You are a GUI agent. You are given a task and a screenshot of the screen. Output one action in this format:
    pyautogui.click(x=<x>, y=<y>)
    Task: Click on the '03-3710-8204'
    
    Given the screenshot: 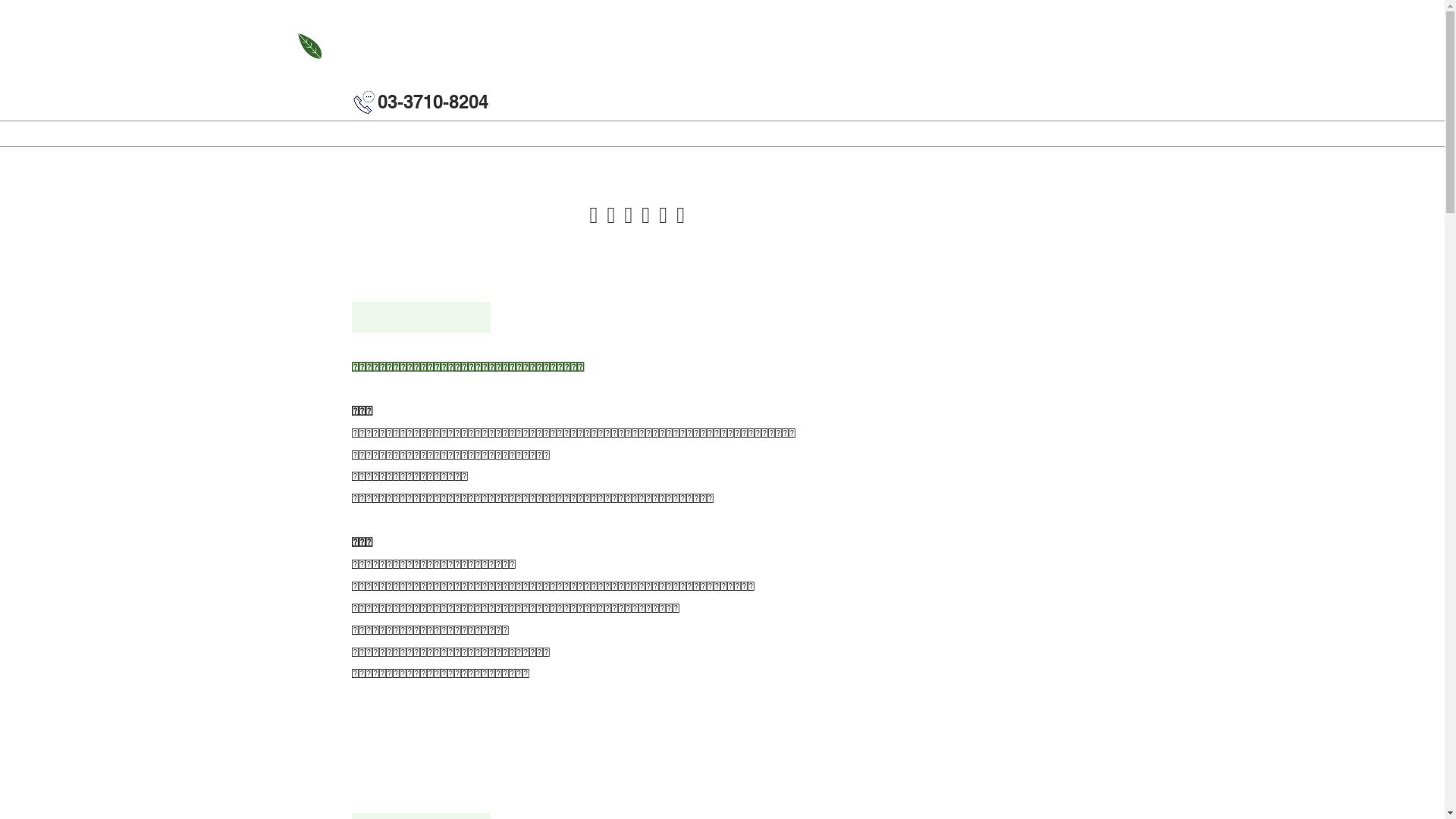 What is the action you would take?
    pyautogui.click(x=432, y=102)
    